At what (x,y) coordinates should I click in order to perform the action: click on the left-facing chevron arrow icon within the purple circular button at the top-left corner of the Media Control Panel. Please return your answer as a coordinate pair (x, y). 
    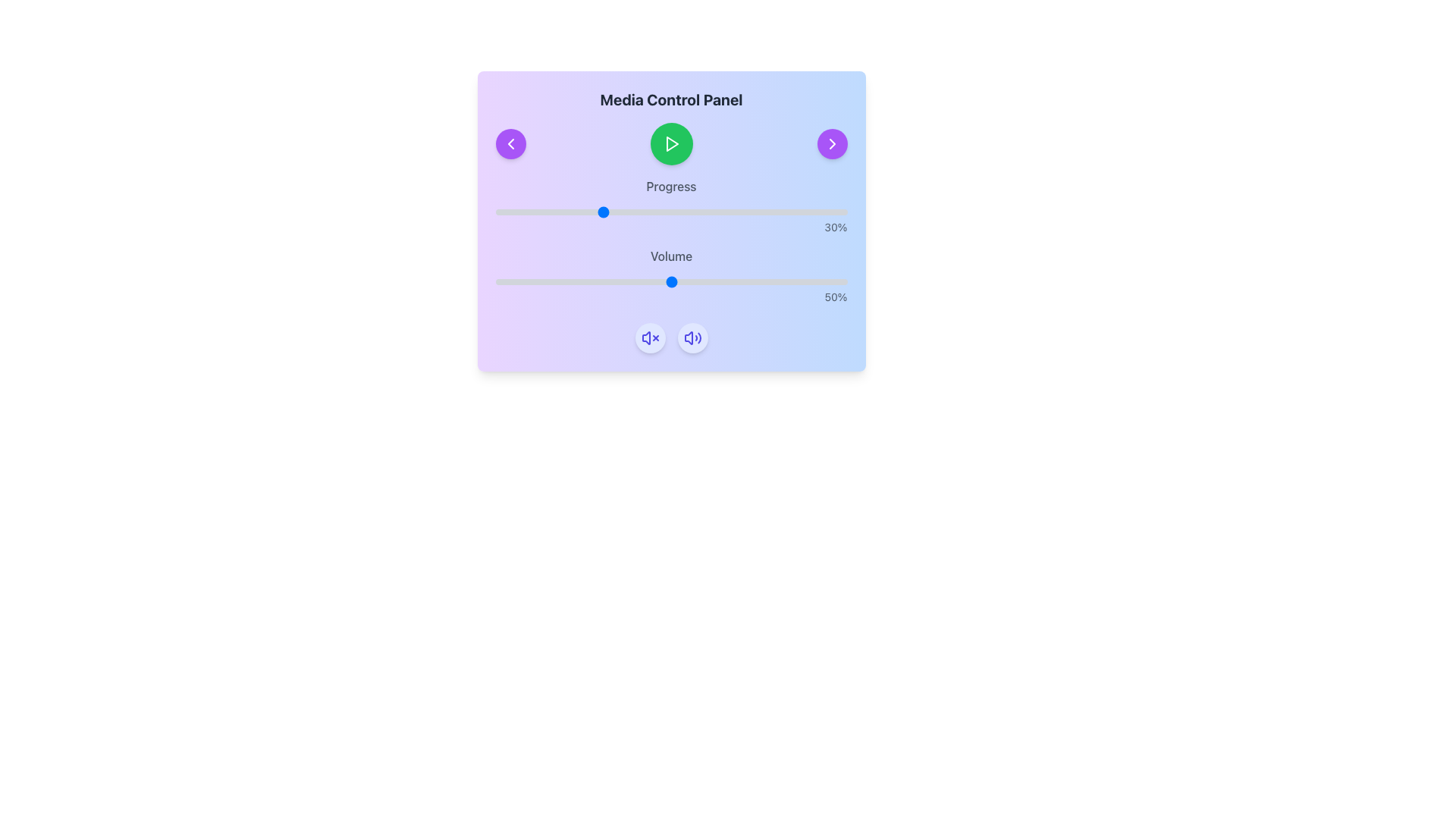
    Looking at the image, I should click on (510, 143).